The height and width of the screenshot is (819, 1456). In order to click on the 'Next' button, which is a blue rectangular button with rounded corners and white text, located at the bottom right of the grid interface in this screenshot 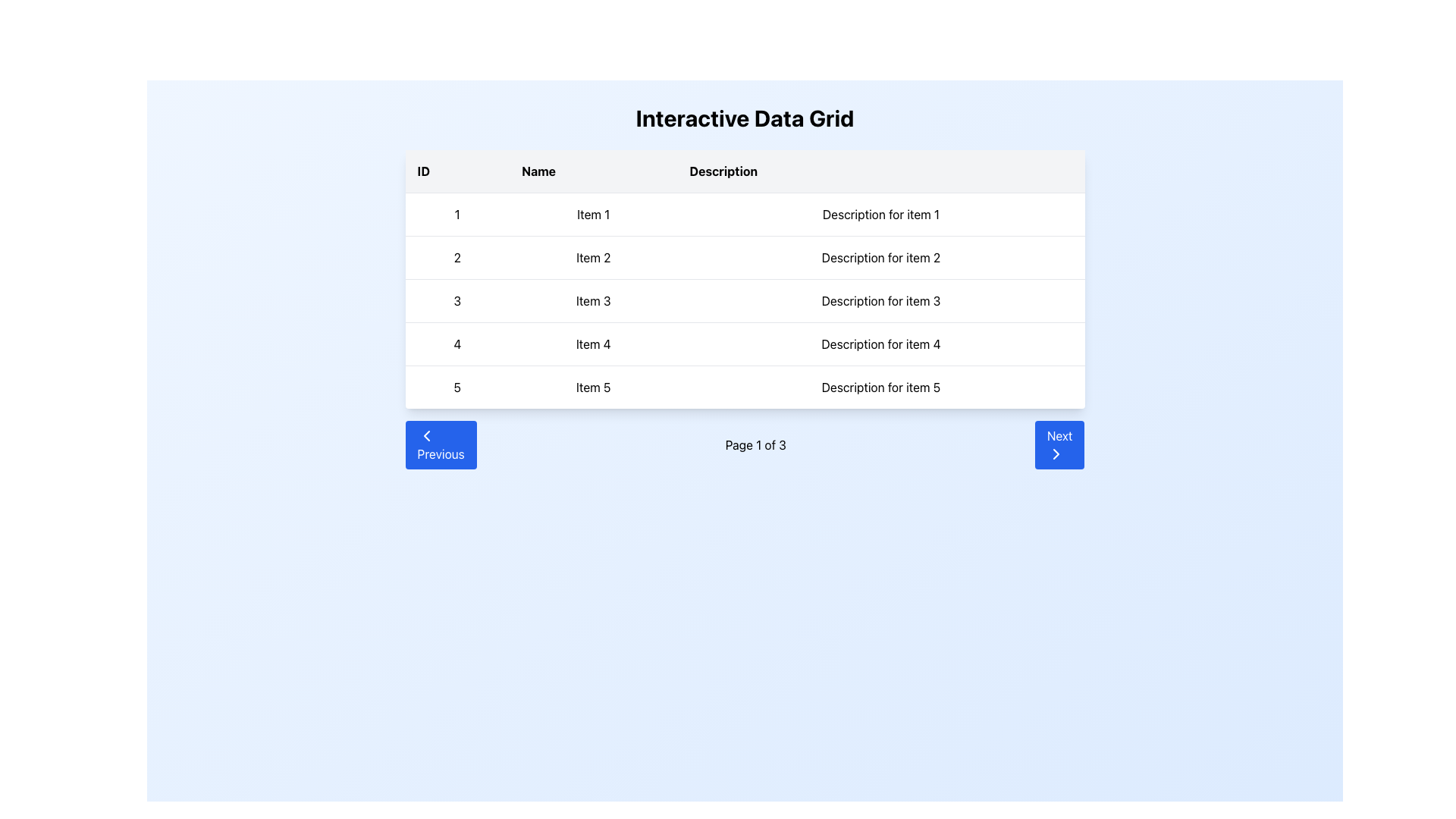, I will do `click(1059, 444)`.